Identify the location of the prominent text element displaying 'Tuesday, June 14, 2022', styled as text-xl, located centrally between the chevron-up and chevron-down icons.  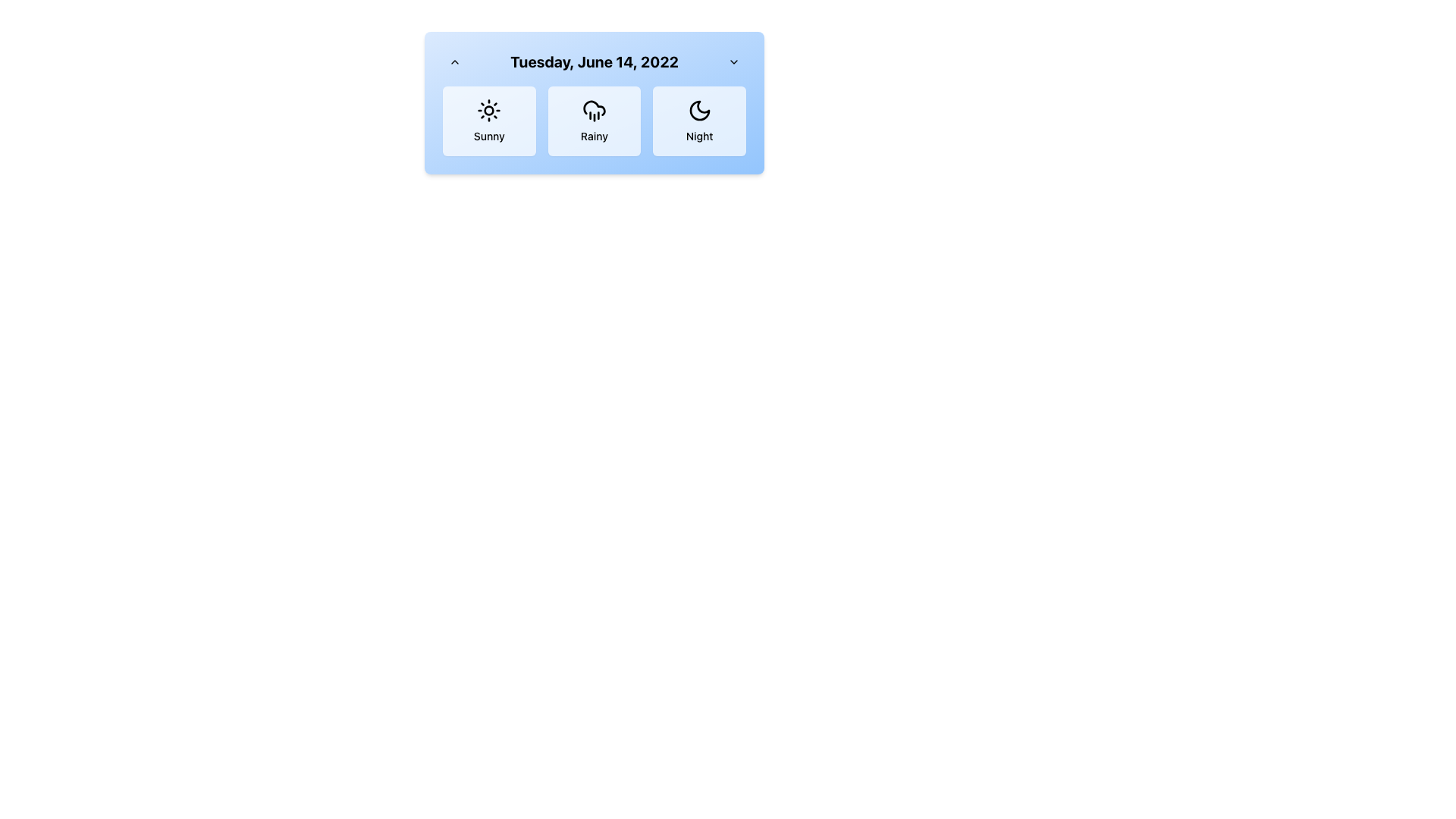
(593, 61).